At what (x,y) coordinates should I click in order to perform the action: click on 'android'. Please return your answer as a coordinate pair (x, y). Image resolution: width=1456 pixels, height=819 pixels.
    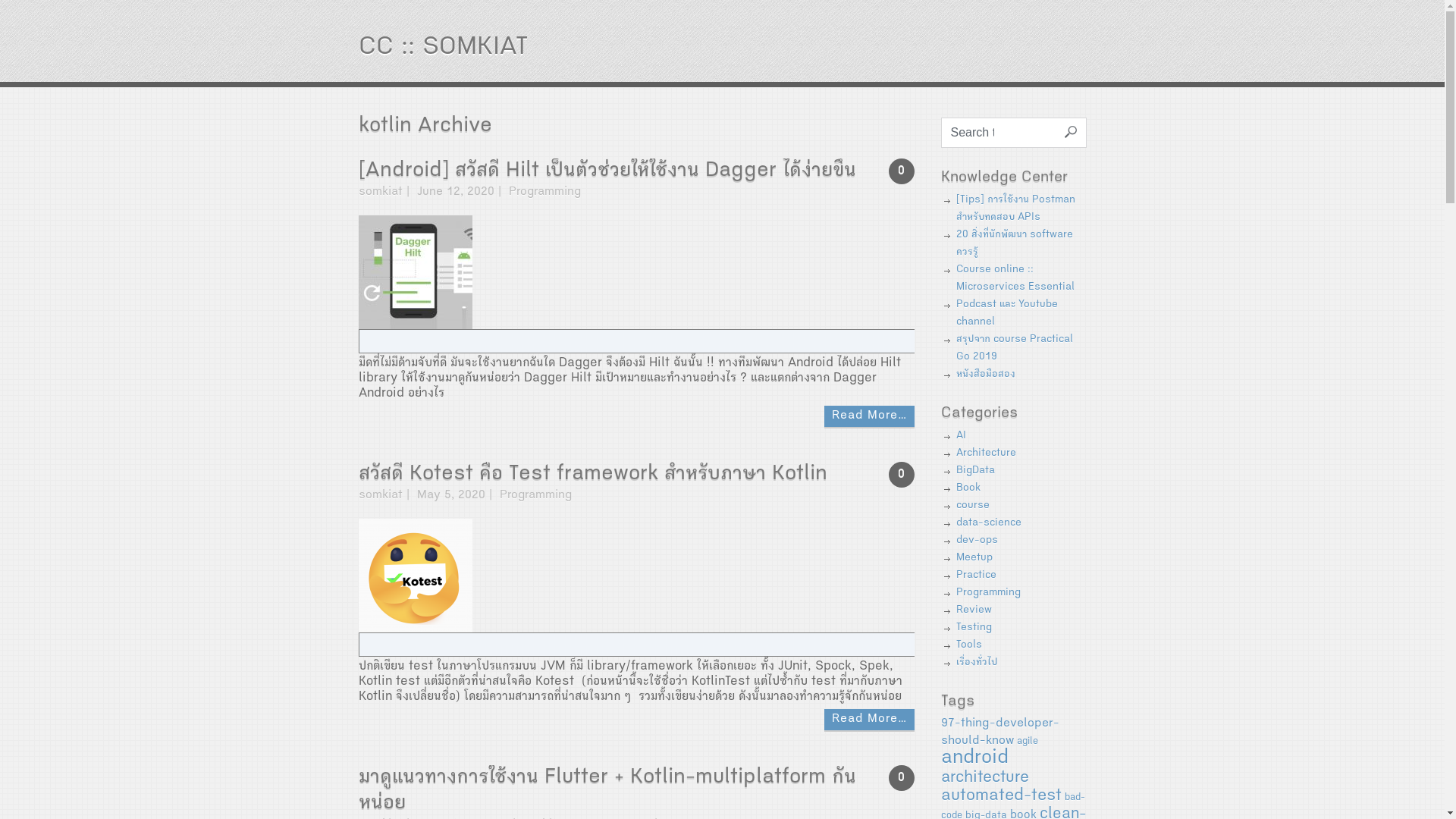
    Looking at the image, I should click on (939, 759).